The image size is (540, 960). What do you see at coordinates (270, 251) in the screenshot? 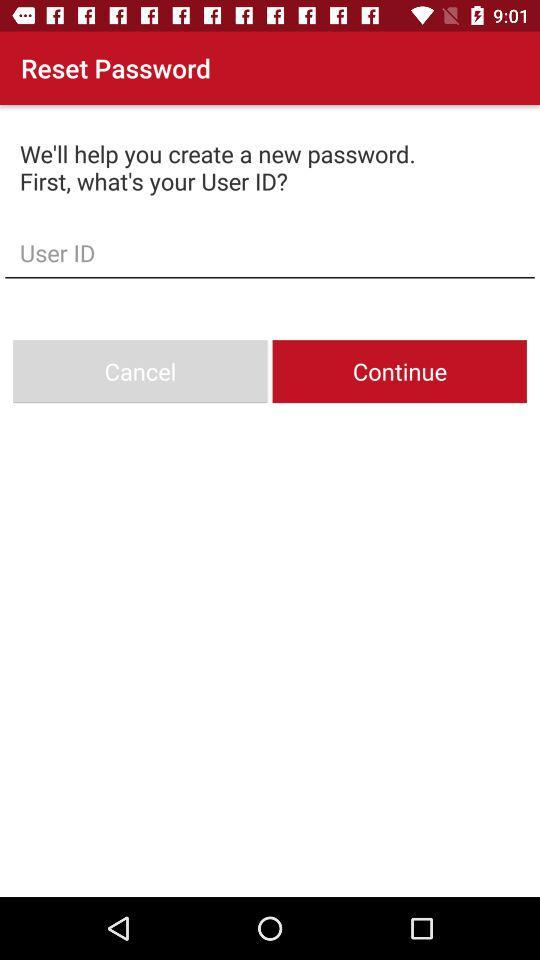
I see `the user id box` at bounding box center [270, 251].